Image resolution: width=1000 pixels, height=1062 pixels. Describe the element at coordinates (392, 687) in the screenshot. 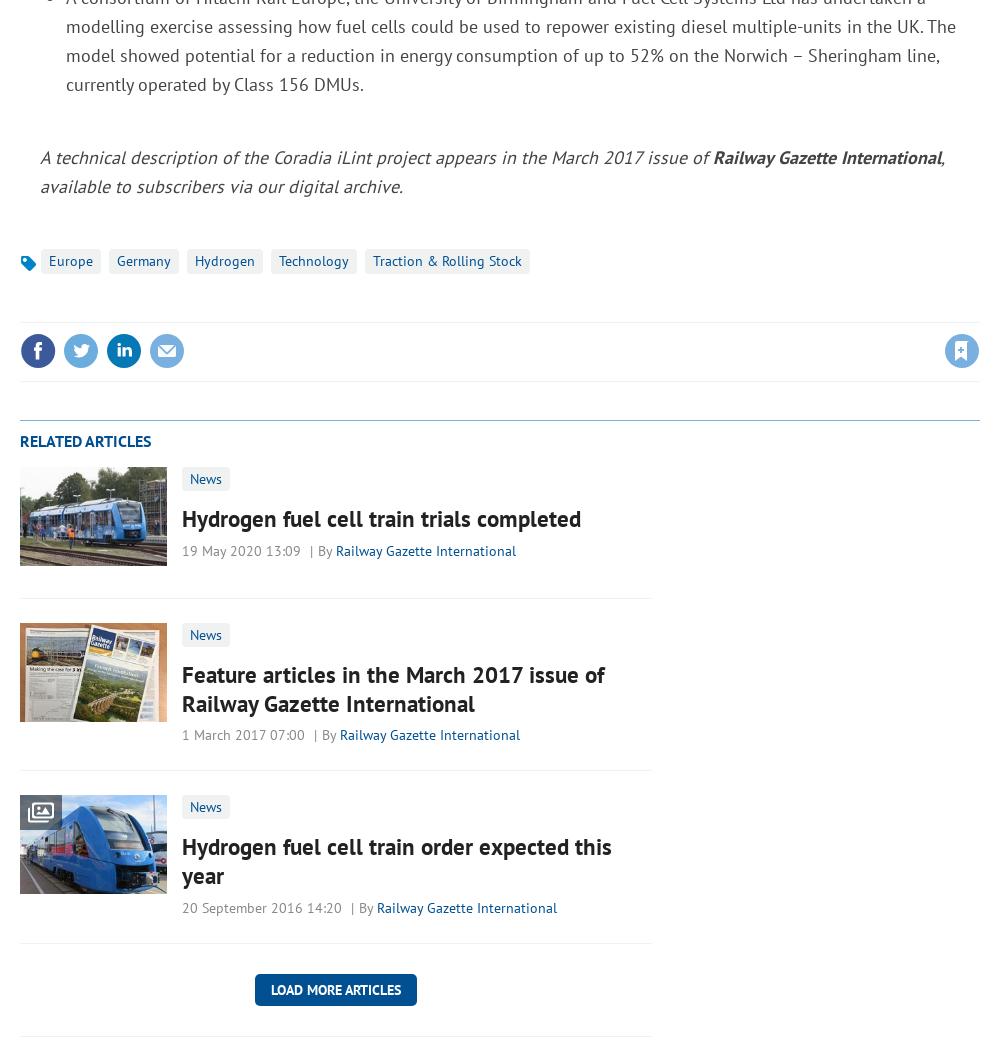

I see `'Feature articles in the March 2017 issue of Railway Gazette International'` at that location.